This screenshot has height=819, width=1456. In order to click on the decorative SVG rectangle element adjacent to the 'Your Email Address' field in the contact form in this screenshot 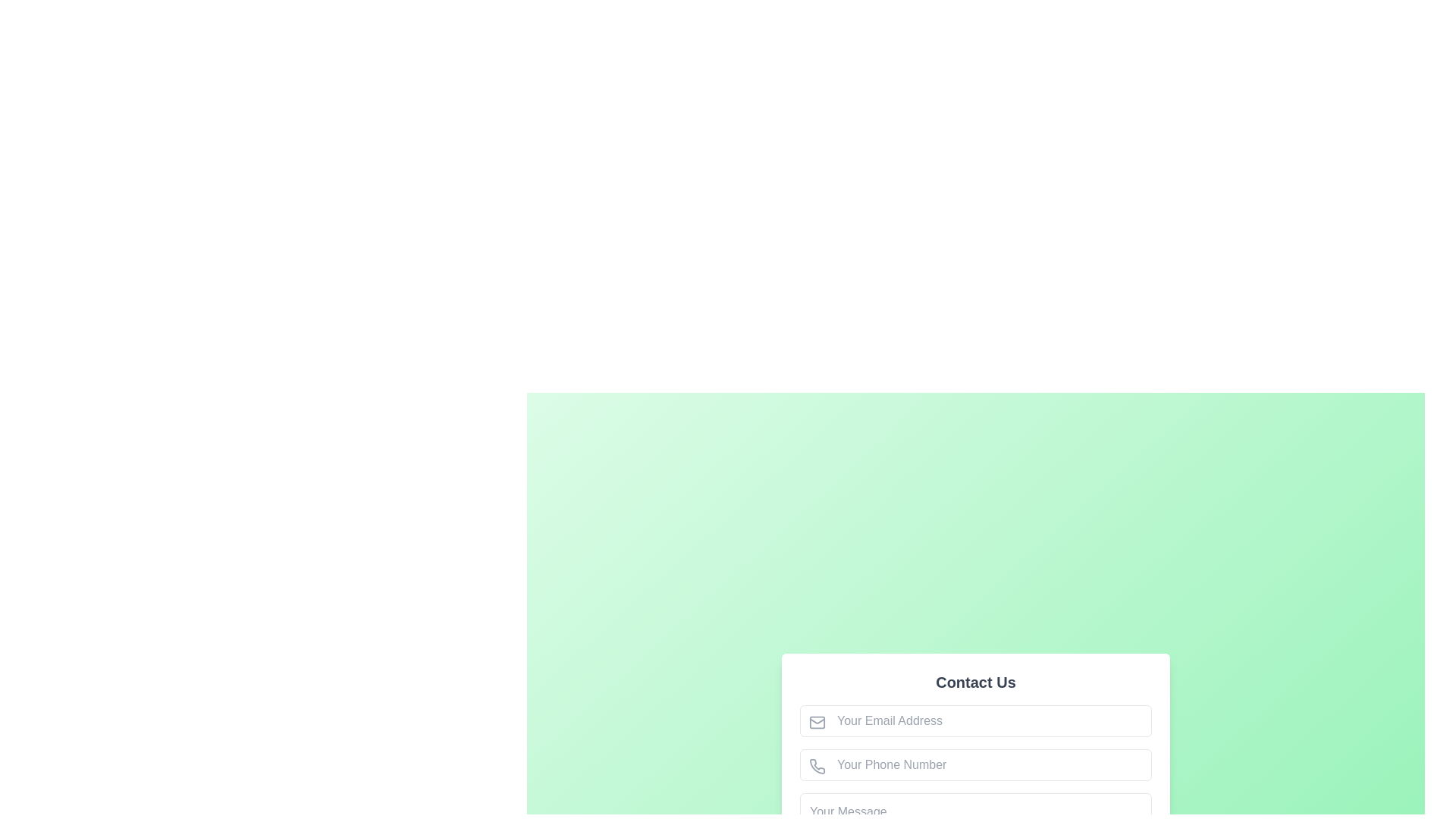, I will do `click(817, 721)`.